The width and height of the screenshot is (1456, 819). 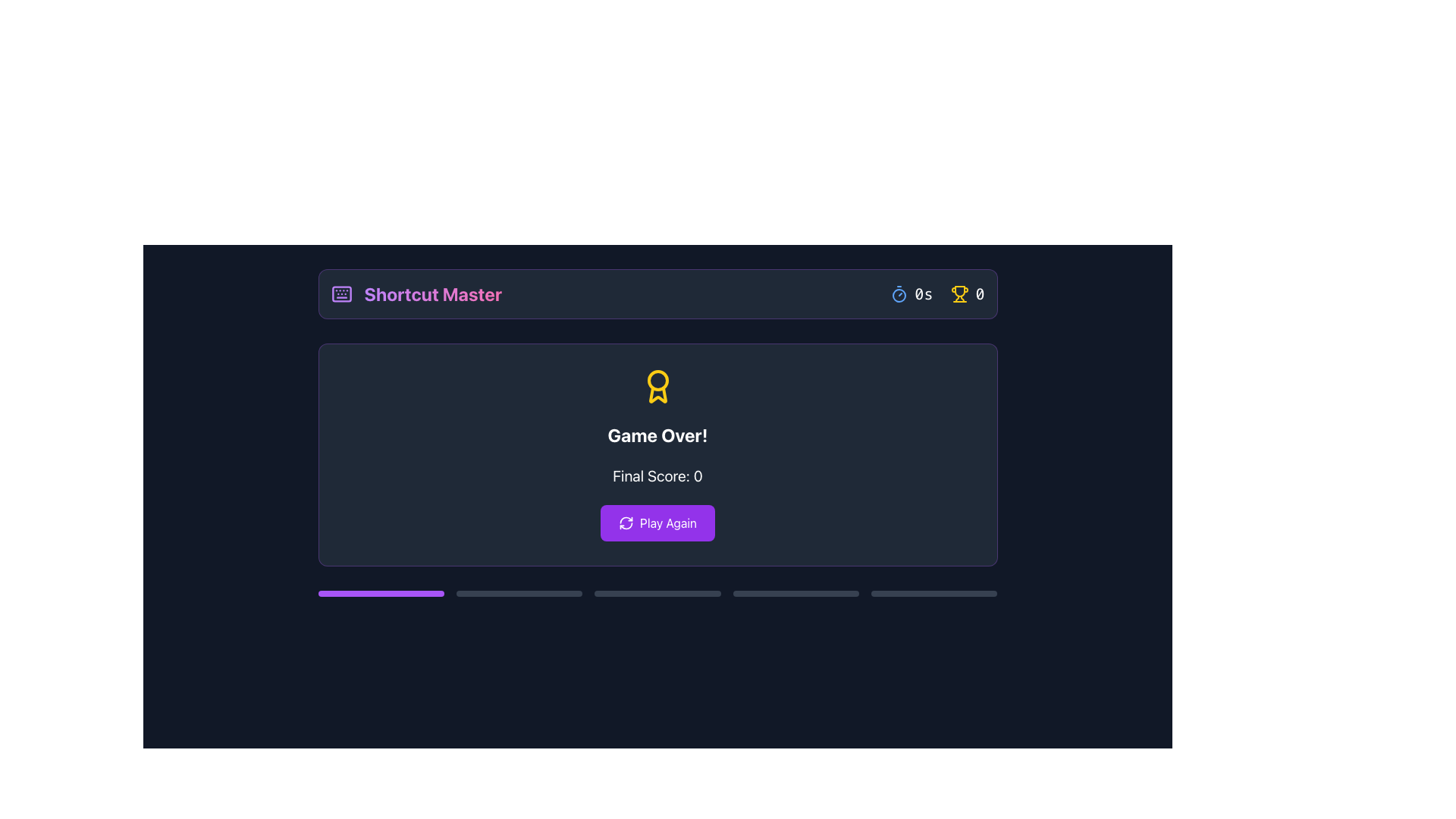 I want to click on tooltips of the icons displayed in the status display component located in the top-right section of the application's header, adjacent to the 'Shortcut Master' label, so click(x=937, y=294).